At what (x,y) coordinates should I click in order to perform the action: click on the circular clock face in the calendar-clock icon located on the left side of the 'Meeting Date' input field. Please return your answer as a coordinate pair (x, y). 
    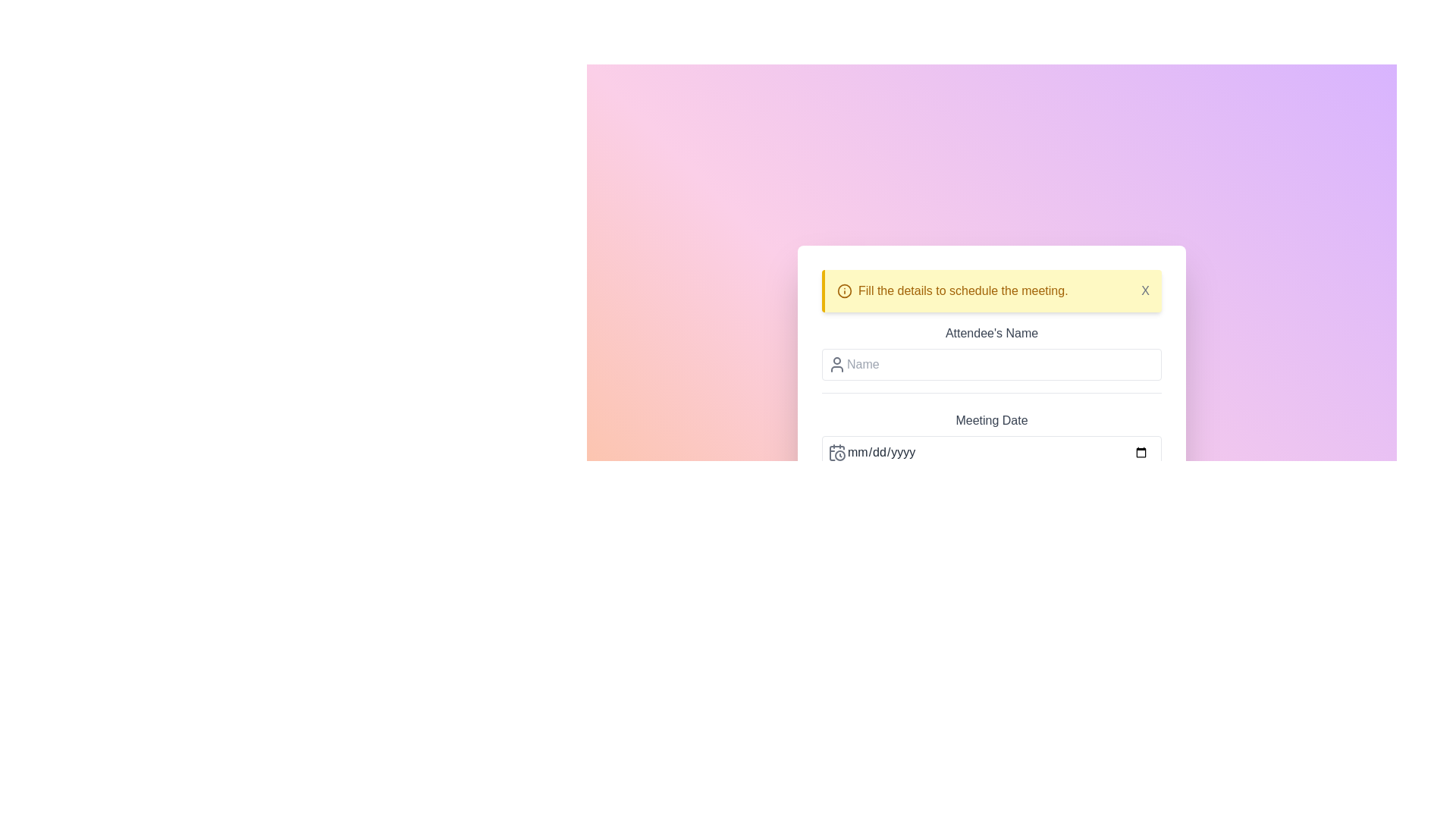
    Looking at the image, I should click on (839, 455).